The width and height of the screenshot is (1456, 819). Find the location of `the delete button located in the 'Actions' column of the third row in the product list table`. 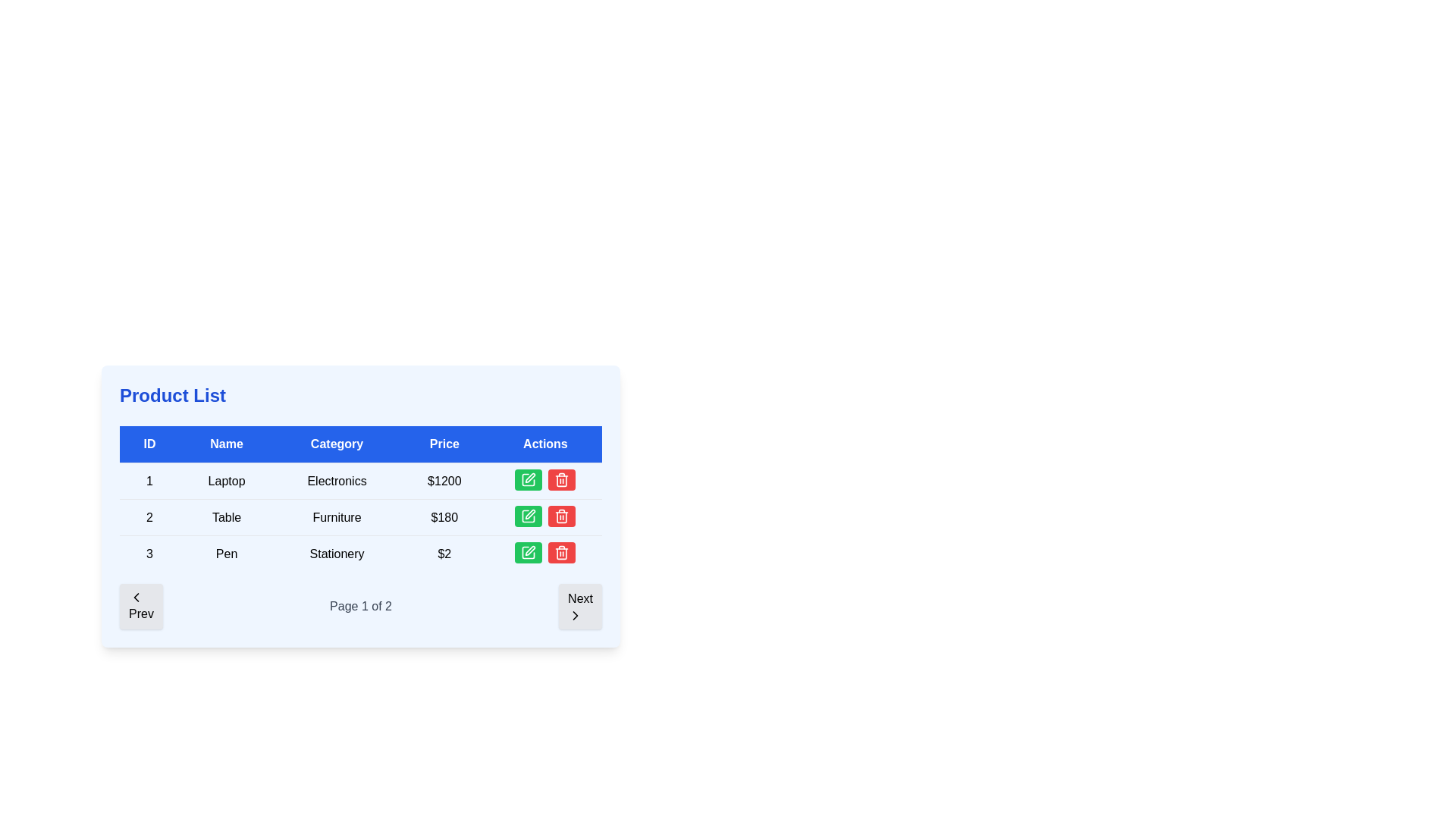

the delete button located in the 'Actions' column of the third row in the product list table is located at coordinates (561, 516).